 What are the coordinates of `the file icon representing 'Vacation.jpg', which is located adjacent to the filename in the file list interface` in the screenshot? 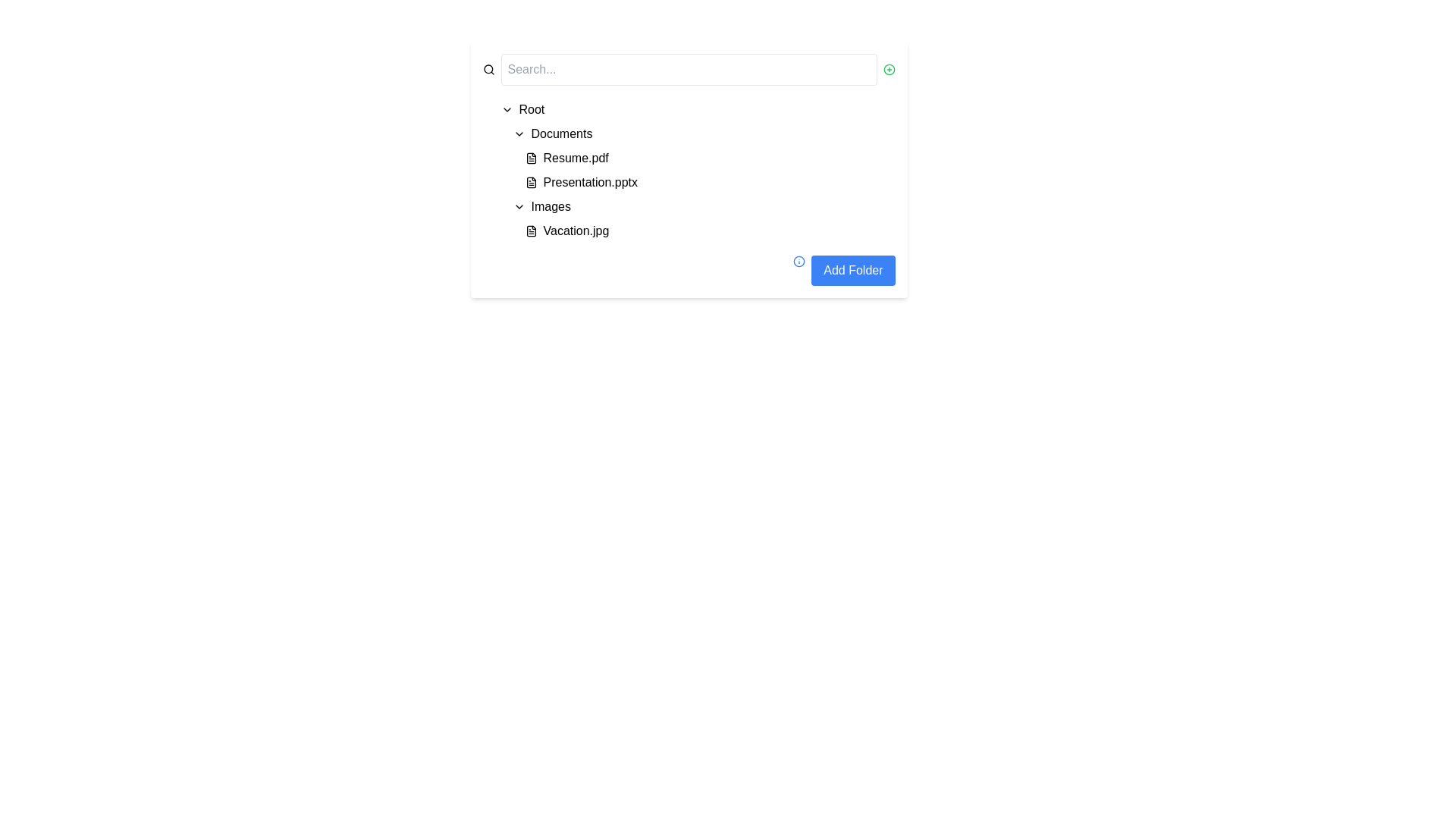 It's located at (531, 231).